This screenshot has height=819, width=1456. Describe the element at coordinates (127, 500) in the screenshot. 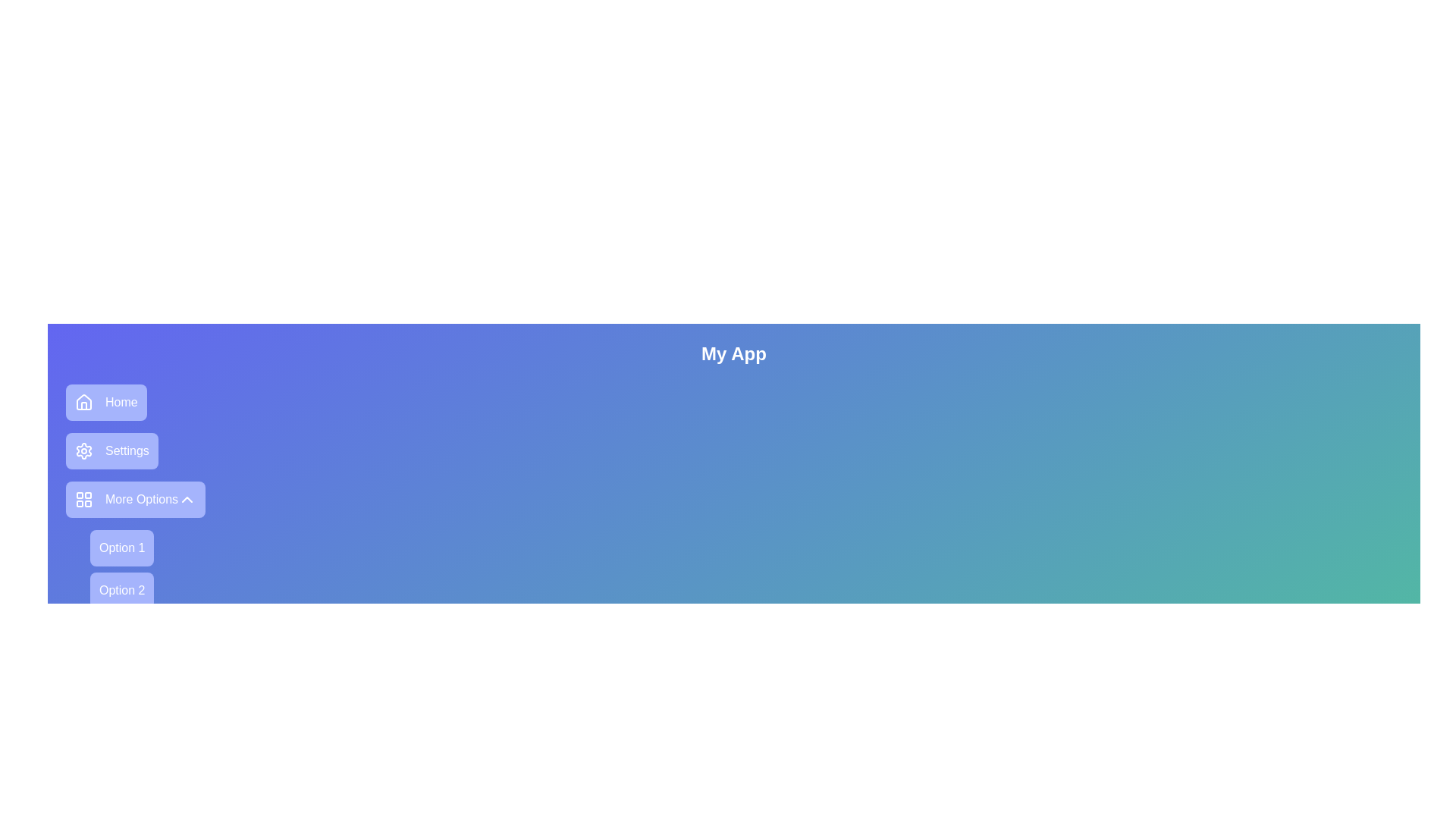

I see `the 'More Options' button, which features a white label and a grid layout icon` at that location.